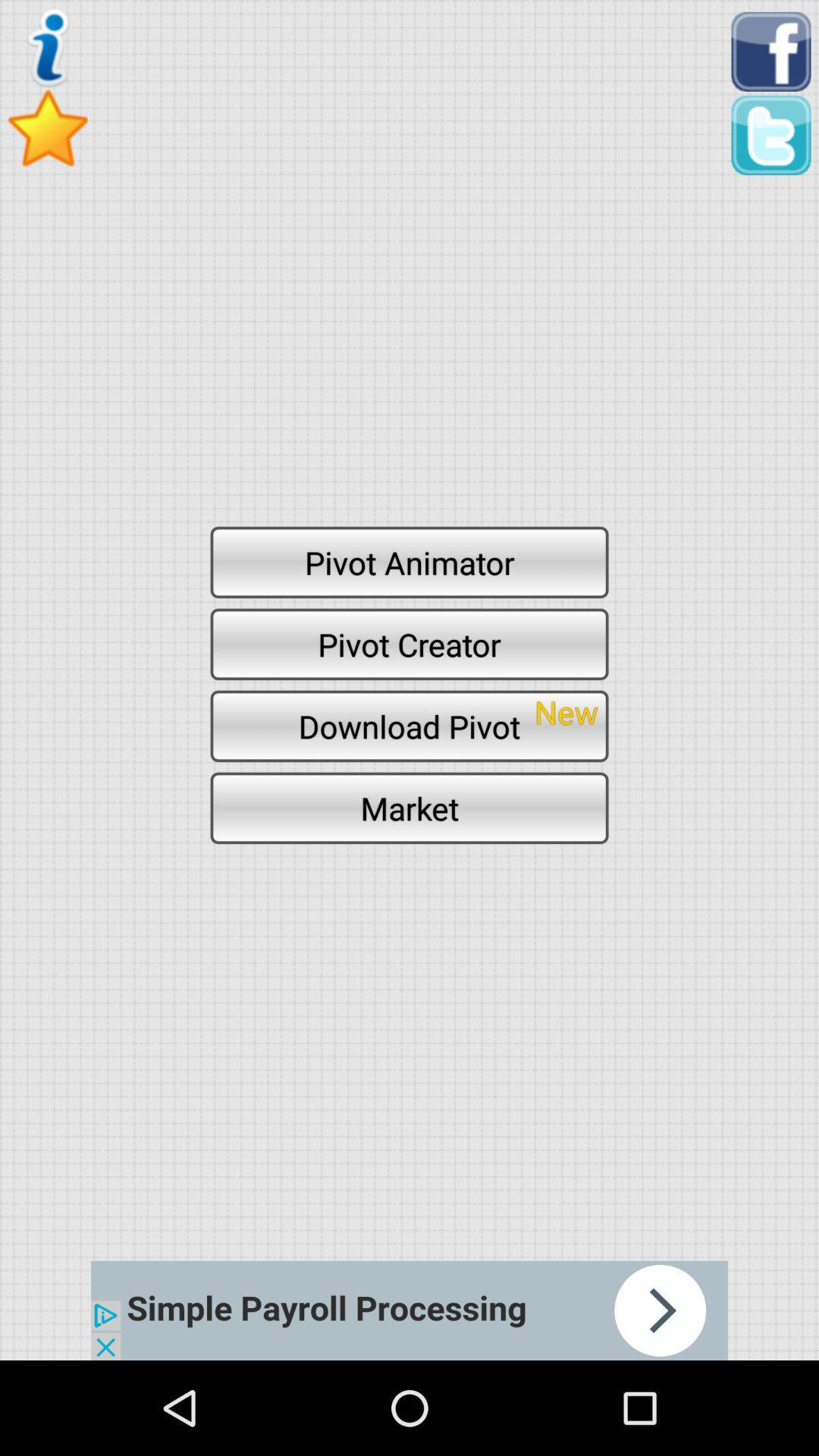 Image resolution: width=819 pixels, height=1456 pixels. Describe the element at coordinates (409, 725) in the screenshot. I see `download pivot` at that location.